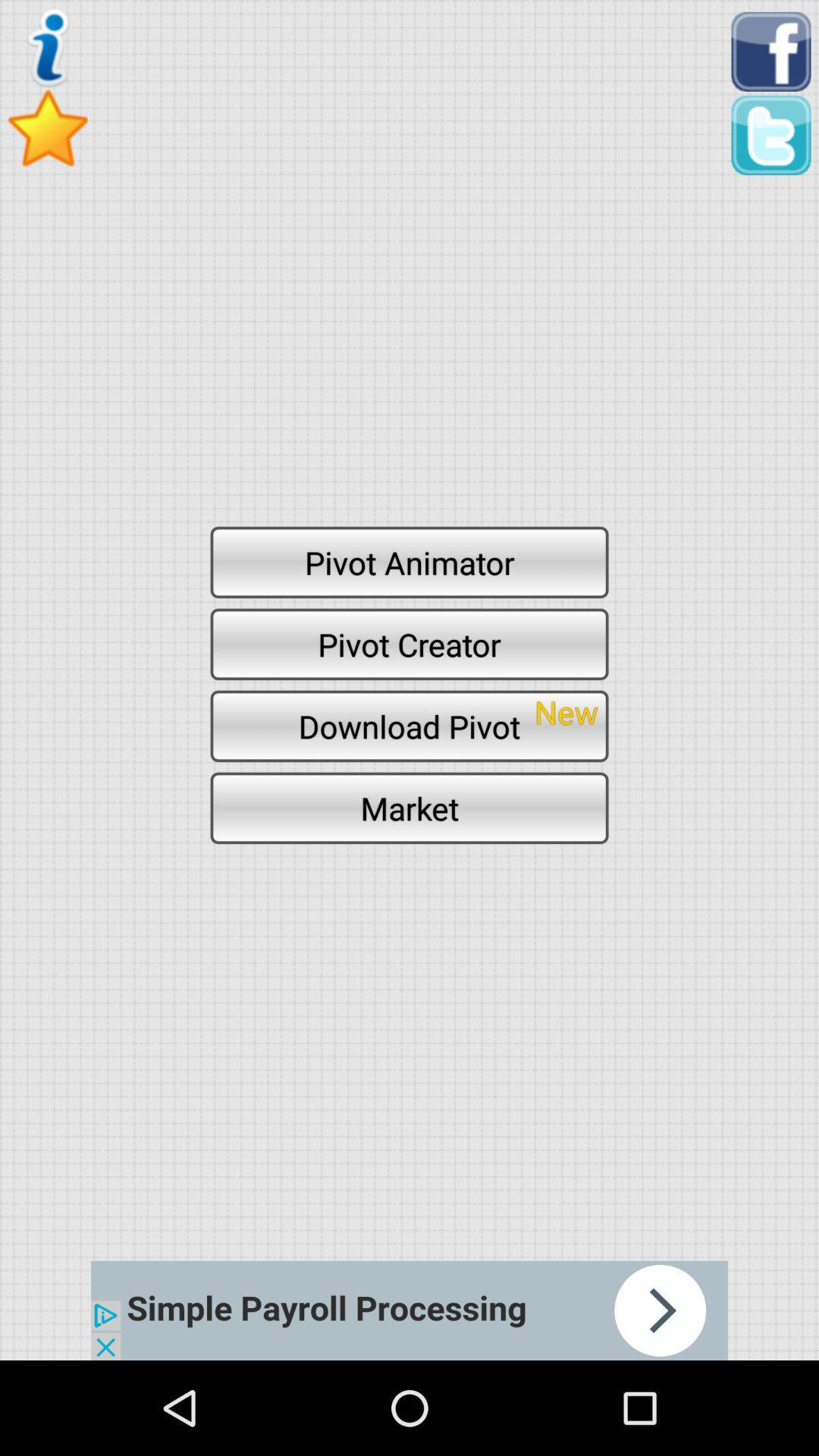 Image resolution: width=819 pixels, height=1456 pixels. Describe the element at coordinates (409, 725) in the screenshot. I see `download pivot` at that location.